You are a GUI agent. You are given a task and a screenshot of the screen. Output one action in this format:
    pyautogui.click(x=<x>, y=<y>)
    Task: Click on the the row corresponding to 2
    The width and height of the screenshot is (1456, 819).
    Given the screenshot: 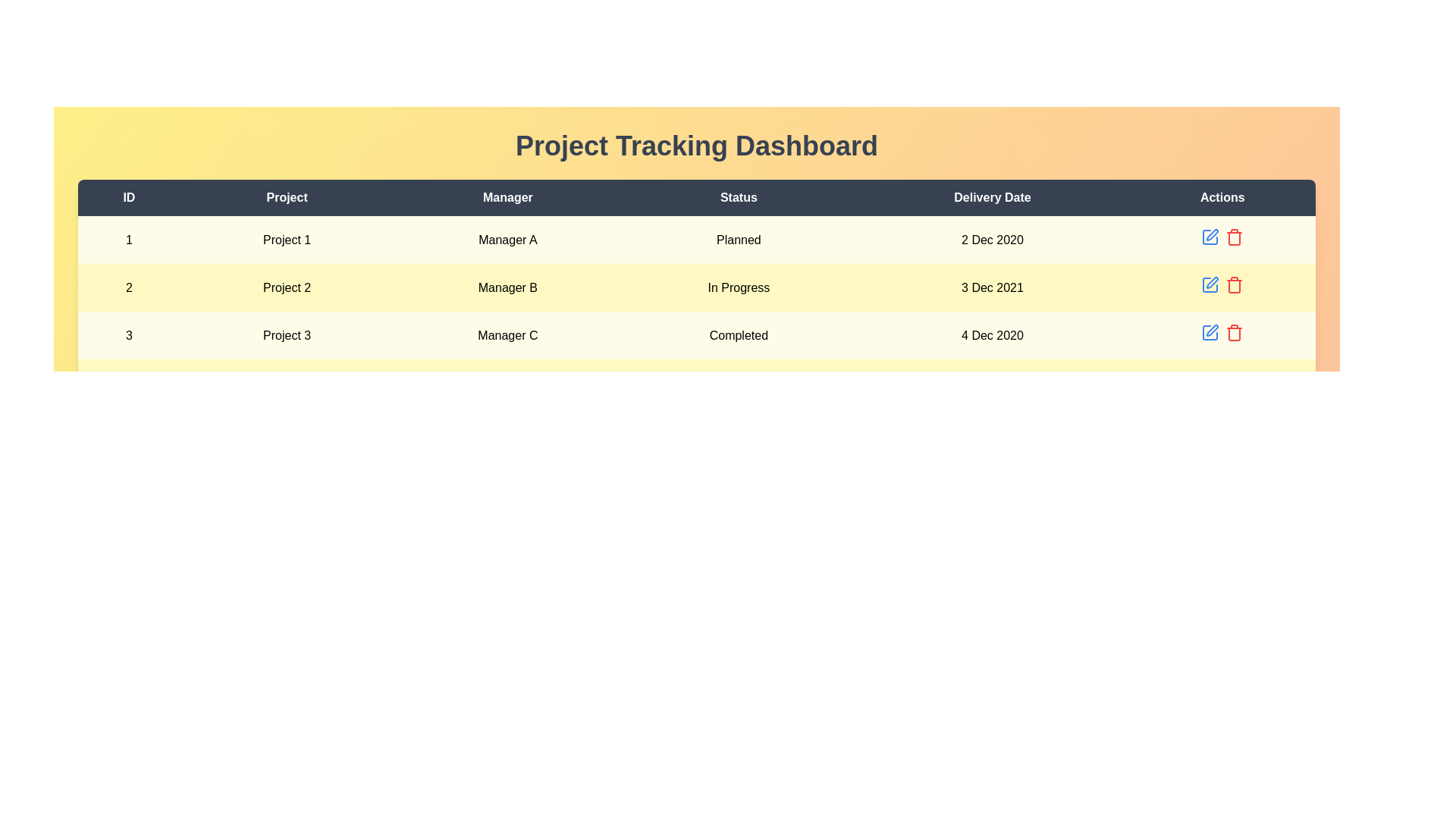 What is the action you would take?
    pyautogui.click(x=695, y=287)
    